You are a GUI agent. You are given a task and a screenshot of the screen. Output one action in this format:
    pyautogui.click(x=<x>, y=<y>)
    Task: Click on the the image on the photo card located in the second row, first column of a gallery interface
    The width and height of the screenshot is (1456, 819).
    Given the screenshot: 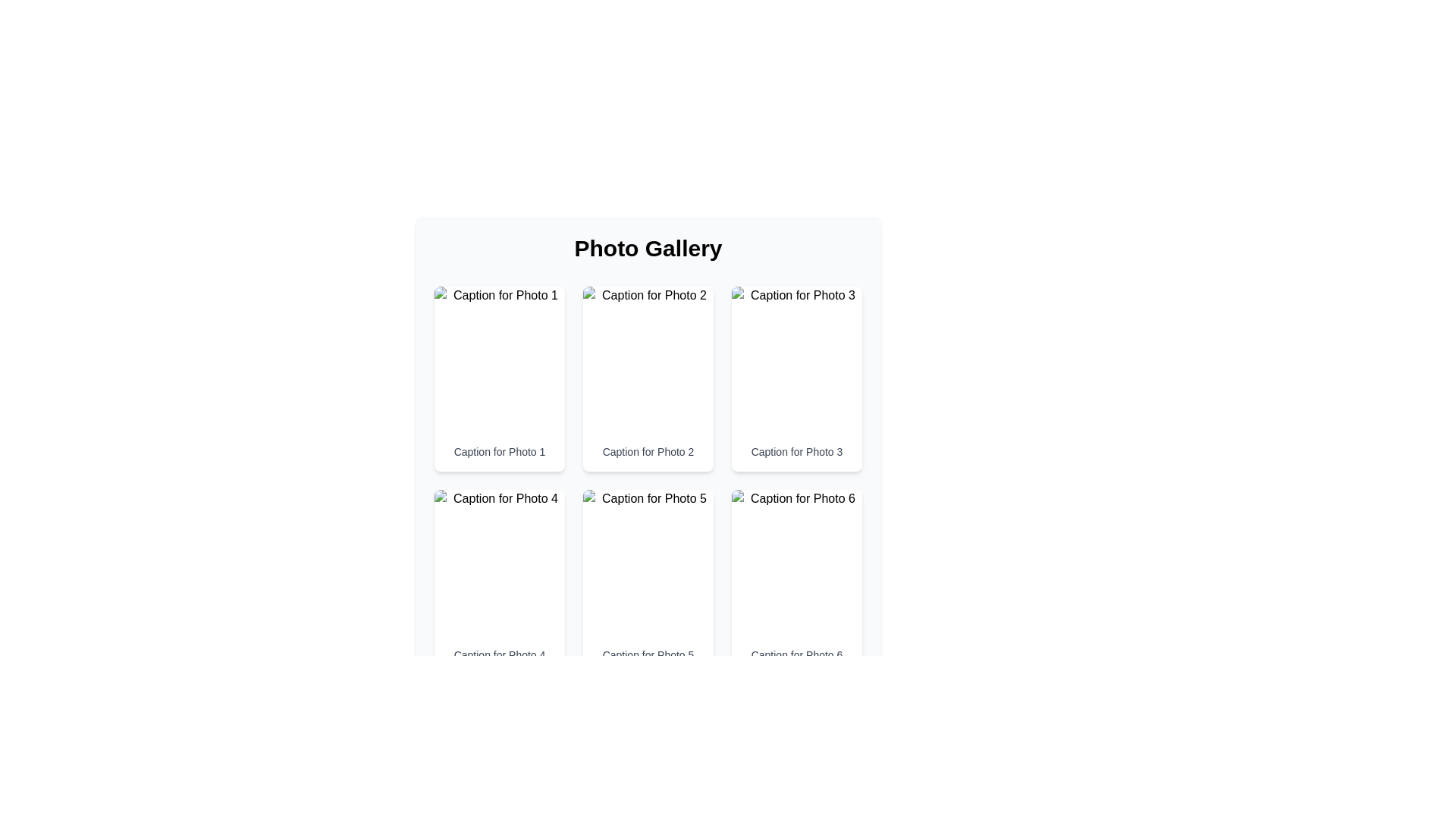 What is the action you would take?
    pyautogui.click(x=499, y=581)
    